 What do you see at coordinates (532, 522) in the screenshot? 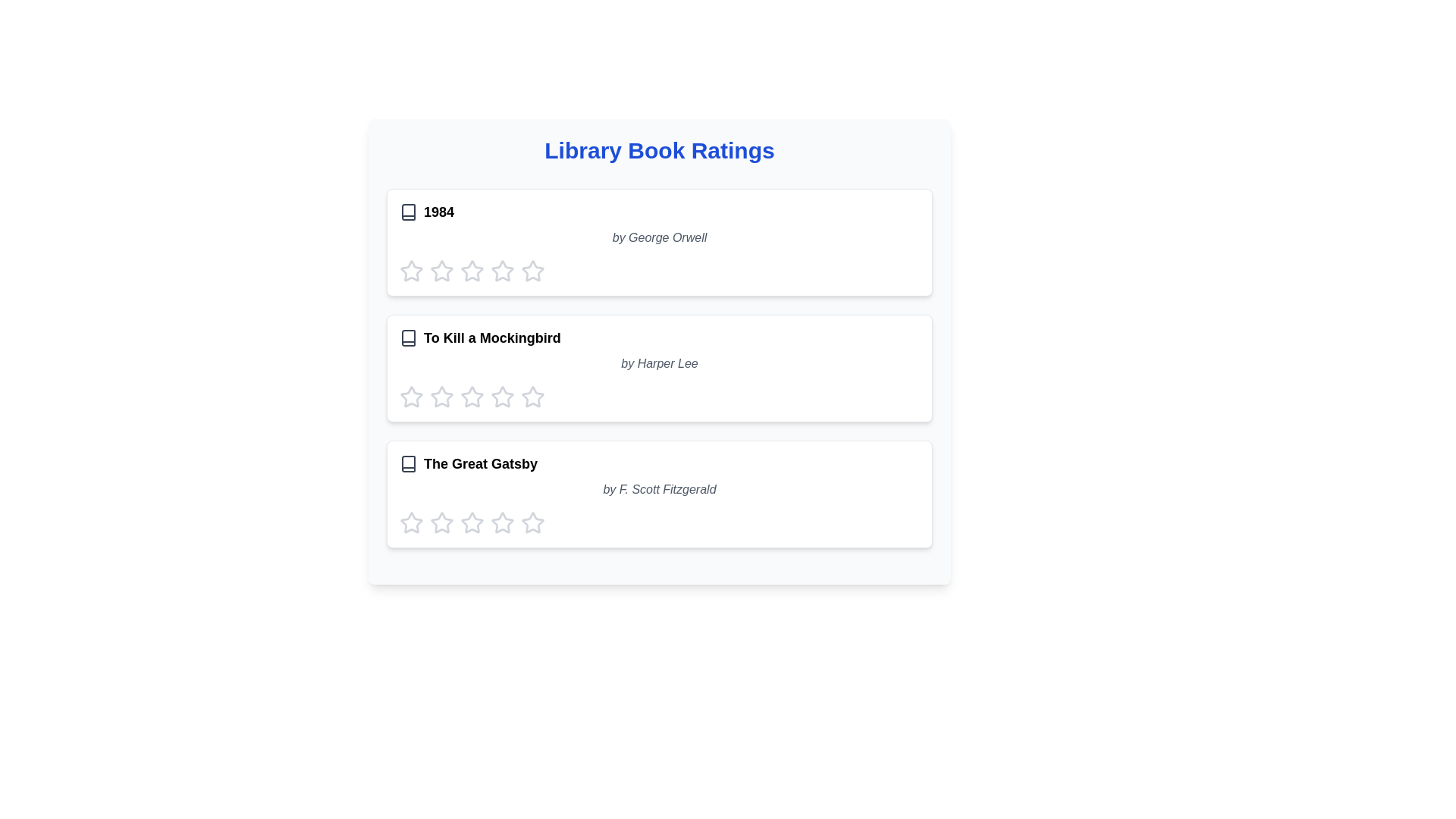
I see `the fourth star rating icon` at bounding box center [532, 522].